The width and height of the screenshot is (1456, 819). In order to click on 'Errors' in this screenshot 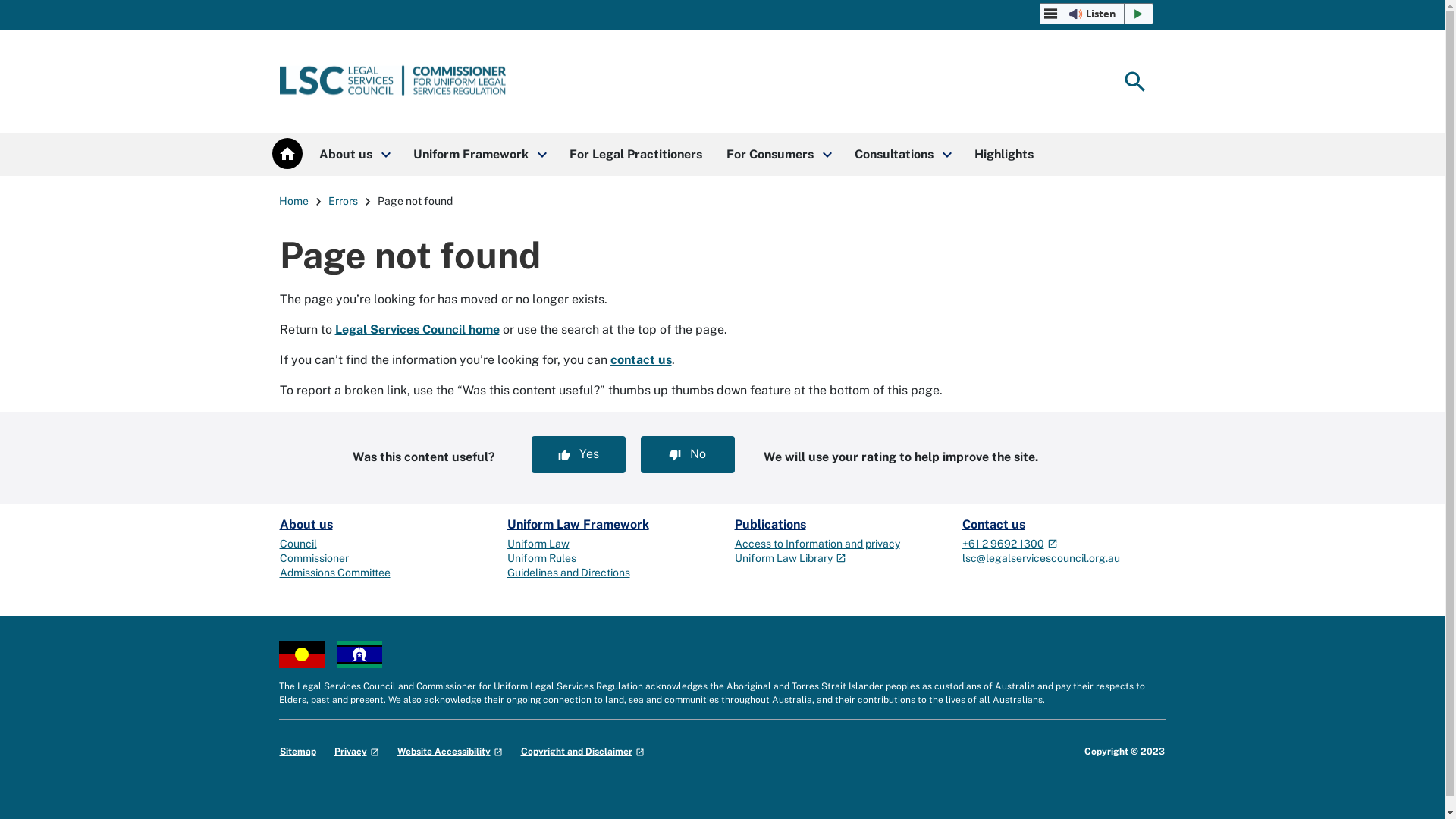, I will do `click(342, 200)`.